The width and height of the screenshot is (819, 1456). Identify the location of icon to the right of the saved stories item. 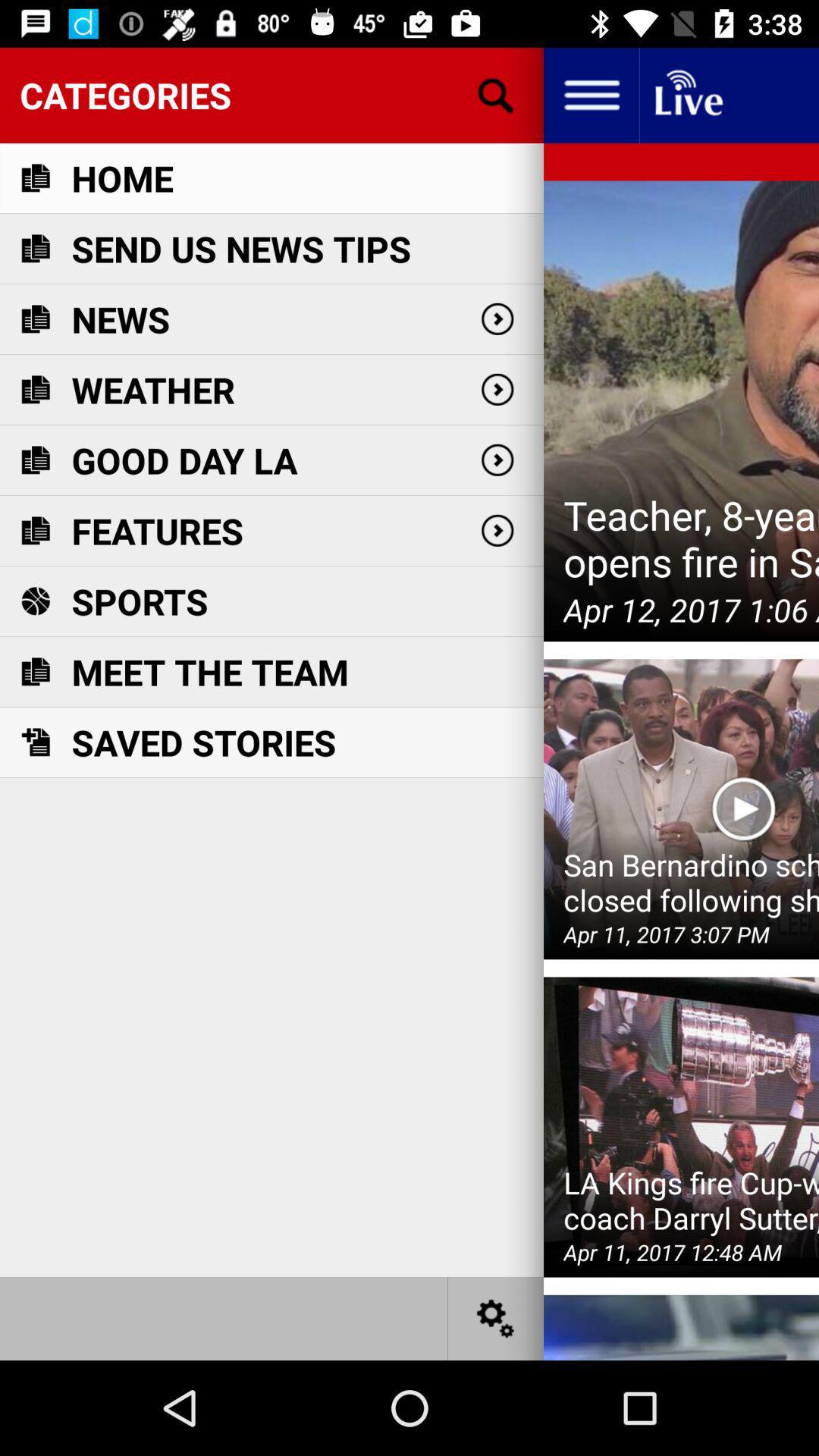
(742, 808).